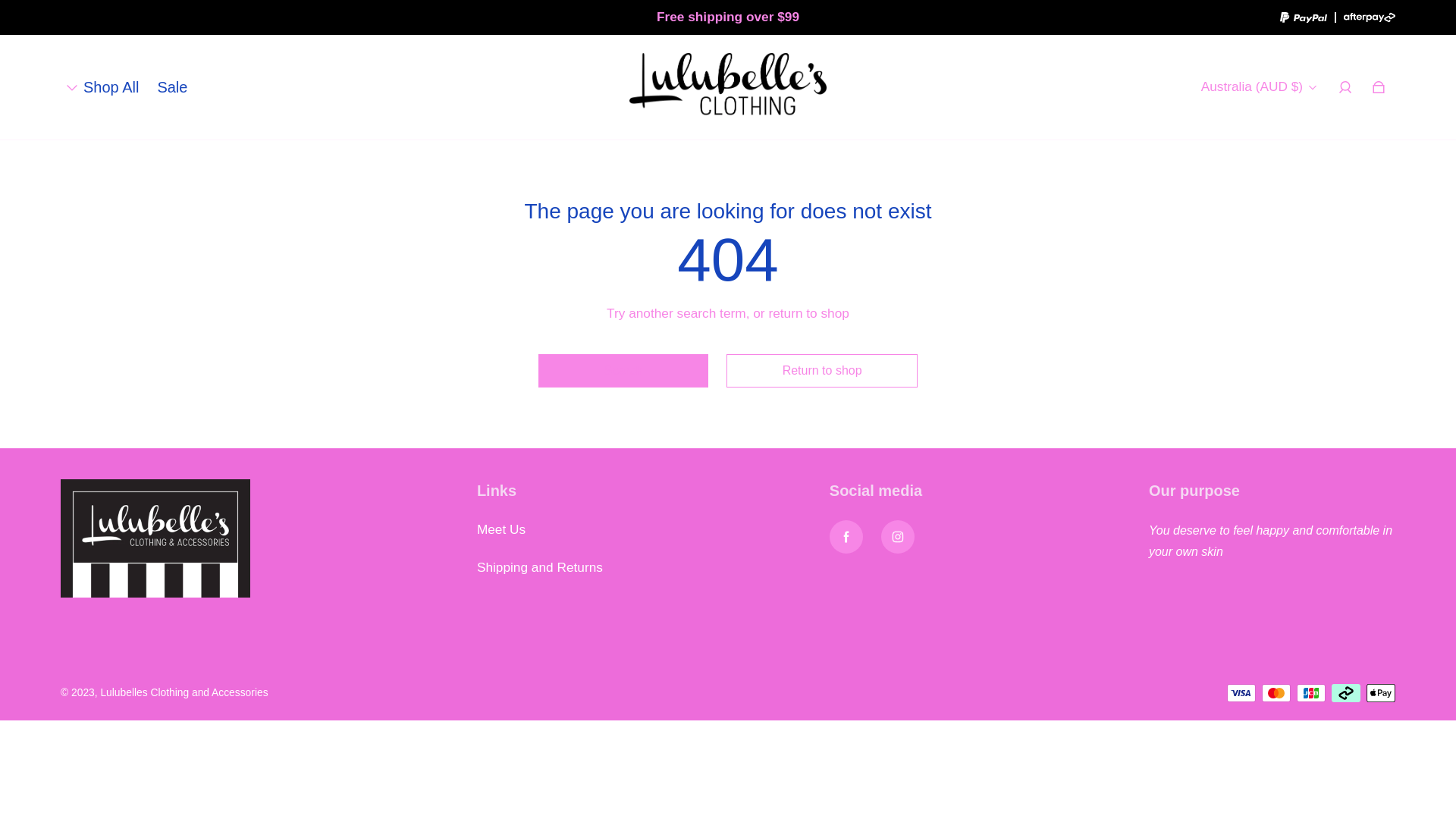 The height and width of the screenshot is (819, 1456). I want to click on 'Return to shop', so click(821, 371).